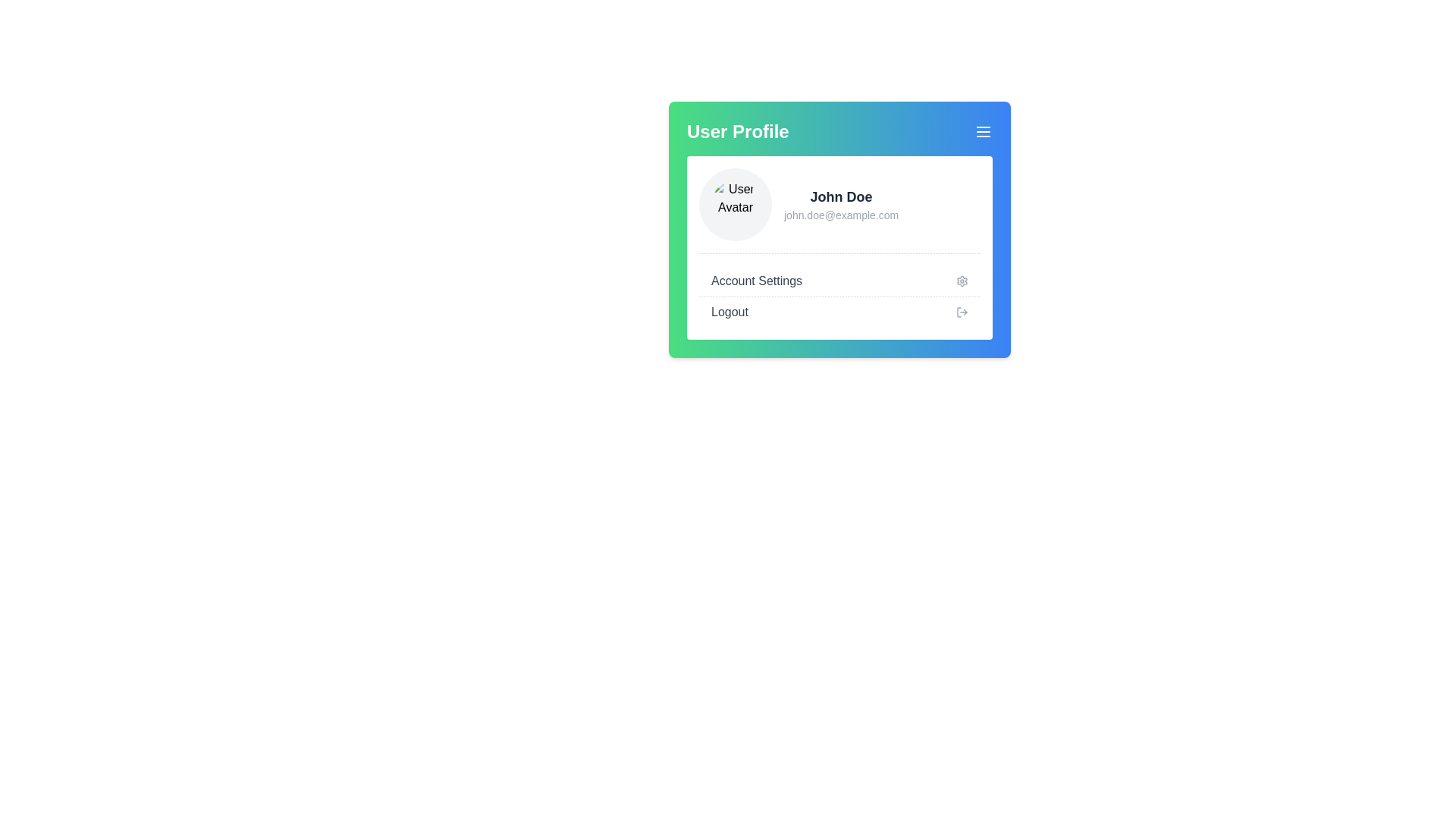 This screenshot has height=819, width=1456. What do you see at coordinates (839, 281) in the screenshot?
I see `the Interactive menu item, which is the first item in the dropdown menu below the user's profile details` at bounding box center [839, 281].